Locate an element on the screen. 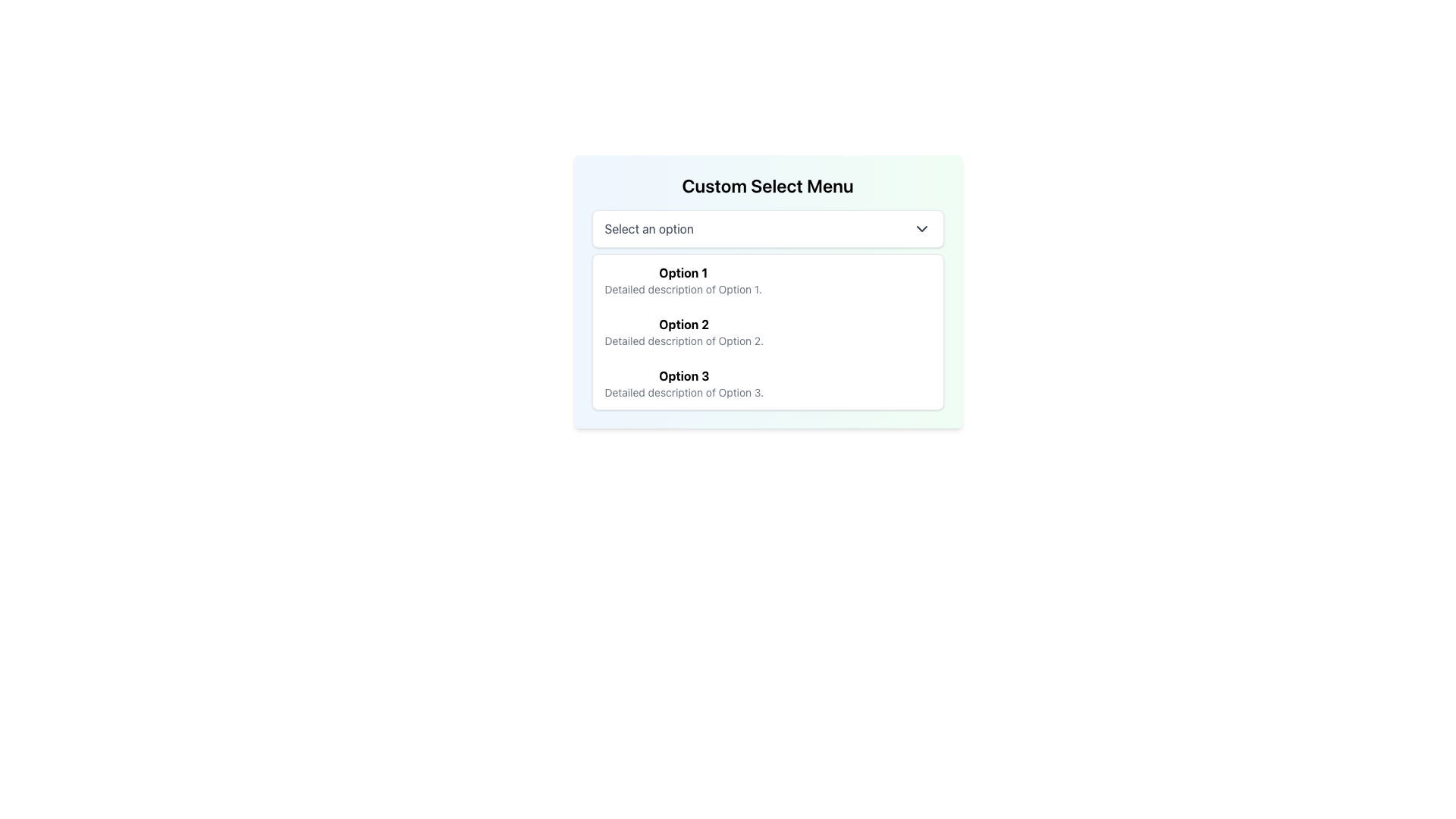 The image size is (1456, 819). 'Option 3' in the dropdown menu is located at coordinates (767, 382).